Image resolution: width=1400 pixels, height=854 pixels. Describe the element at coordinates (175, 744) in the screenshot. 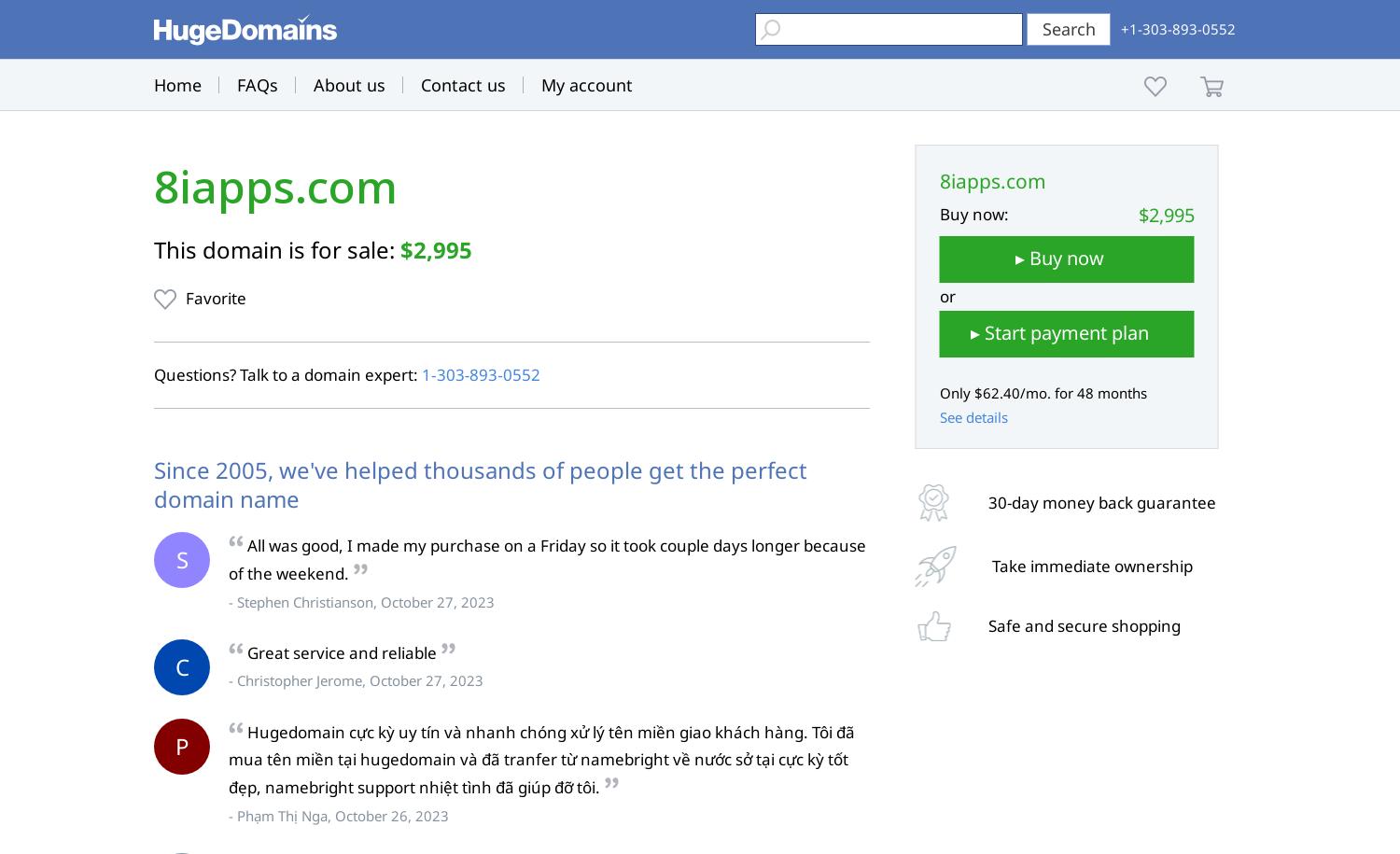

I see `'P'` at that location.